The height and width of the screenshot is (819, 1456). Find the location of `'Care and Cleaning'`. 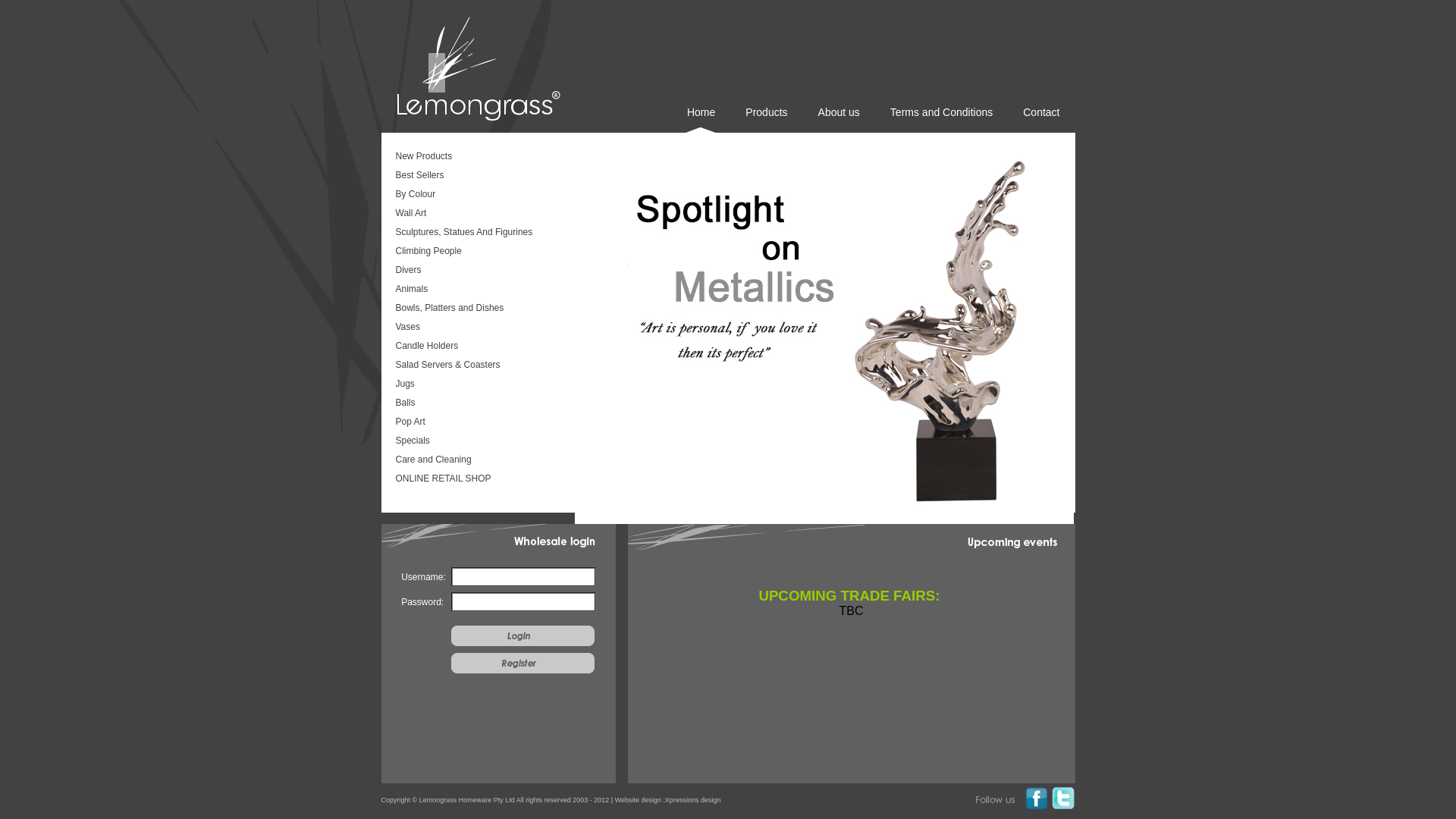

'Care and Cleaning' is located at coordinates (475, 460).